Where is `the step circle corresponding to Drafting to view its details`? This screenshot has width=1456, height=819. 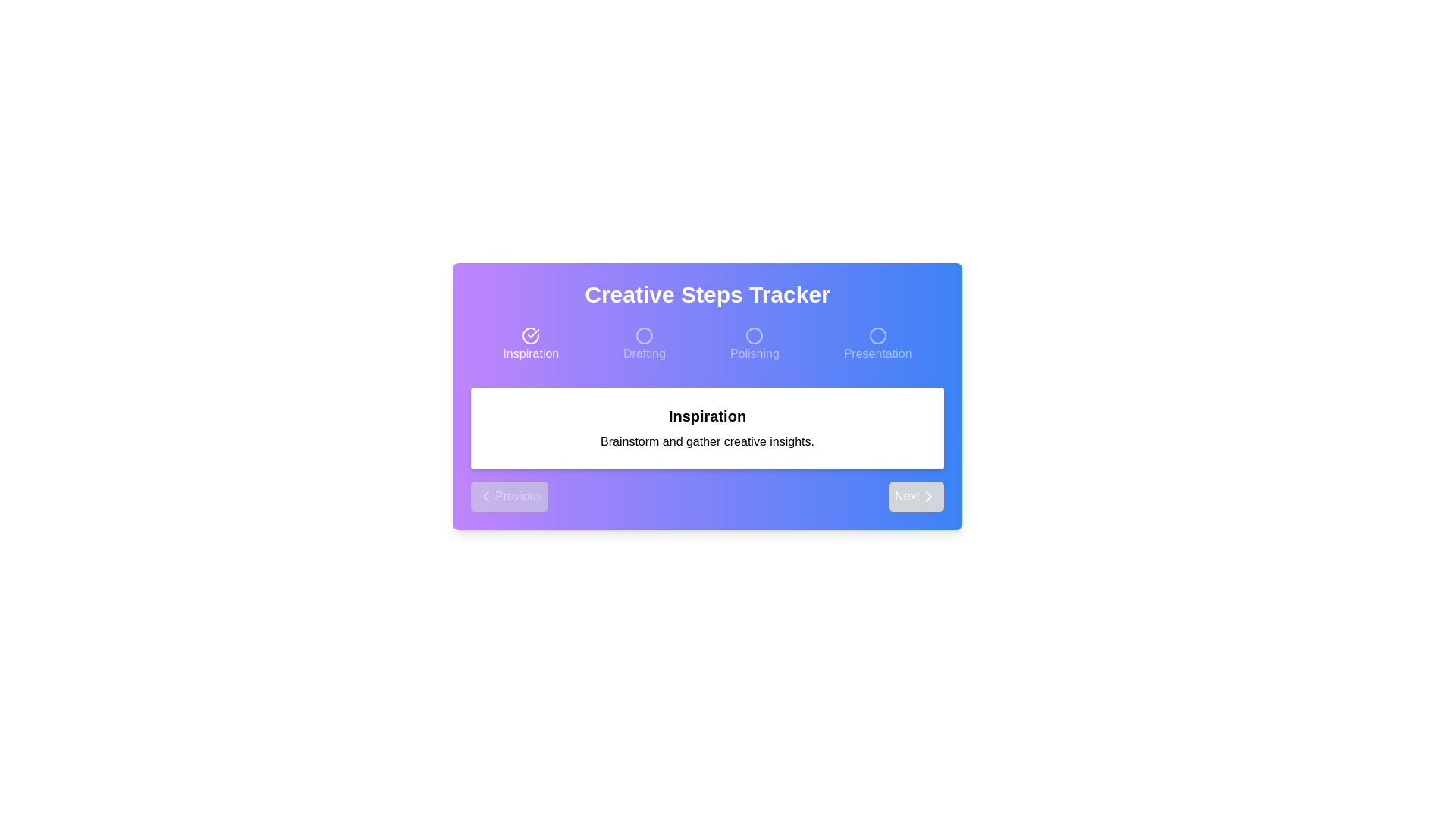
the step circle corresponding to Drafting to view its details is located at coordinates (645, 345).